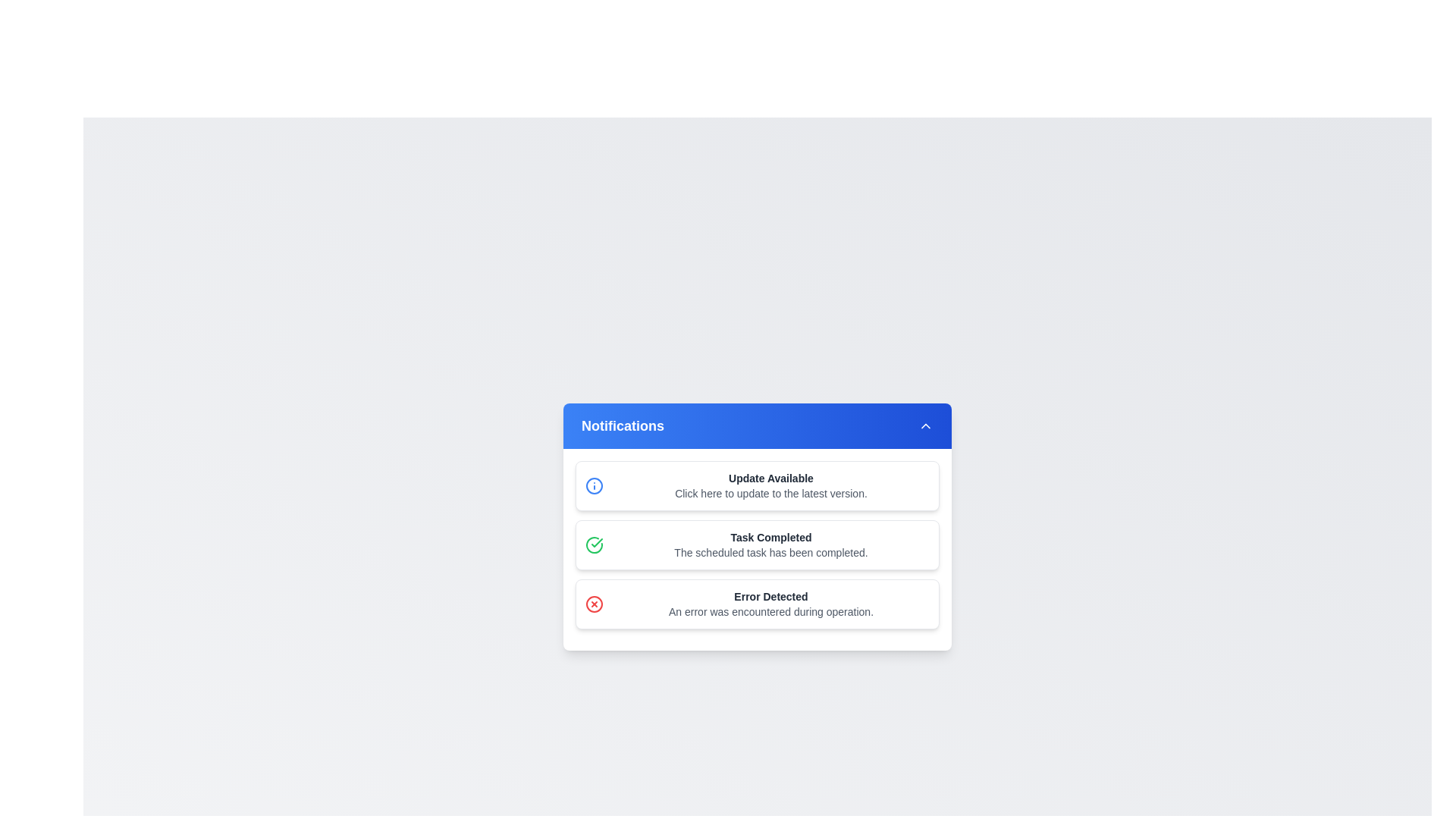 Image resolution: width=1456 pixels, height=819 pixels. Describe the element at coordinates (593, 604) in the screenshot. I see `the visual error indicator icon located to the left of the notification text in the third notification card titled 'Error Detected'` at that location.